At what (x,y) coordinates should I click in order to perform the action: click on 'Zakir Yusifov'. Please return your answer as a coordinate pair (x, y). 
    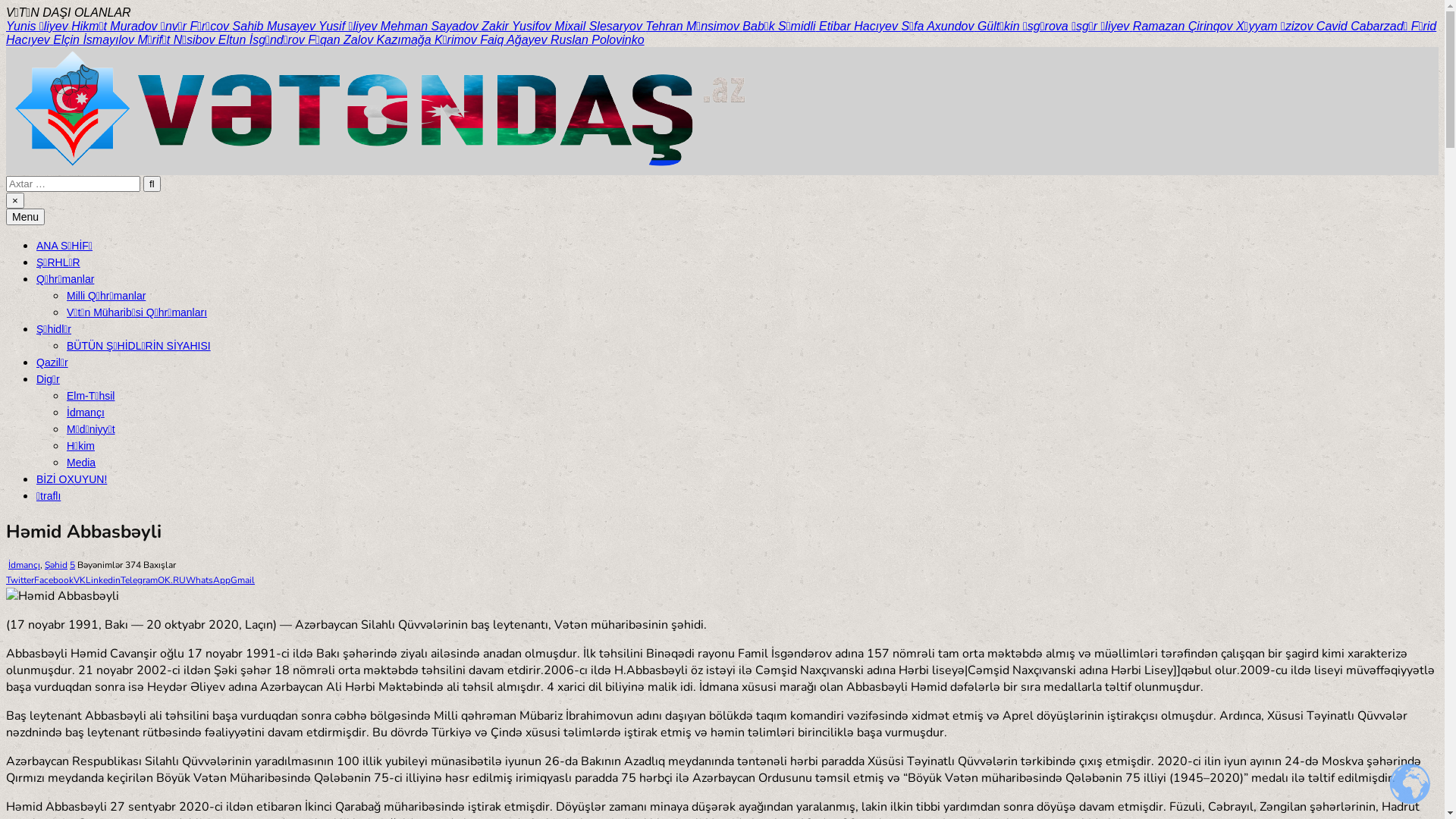
    Looking at the image, I should click on (517, 26).